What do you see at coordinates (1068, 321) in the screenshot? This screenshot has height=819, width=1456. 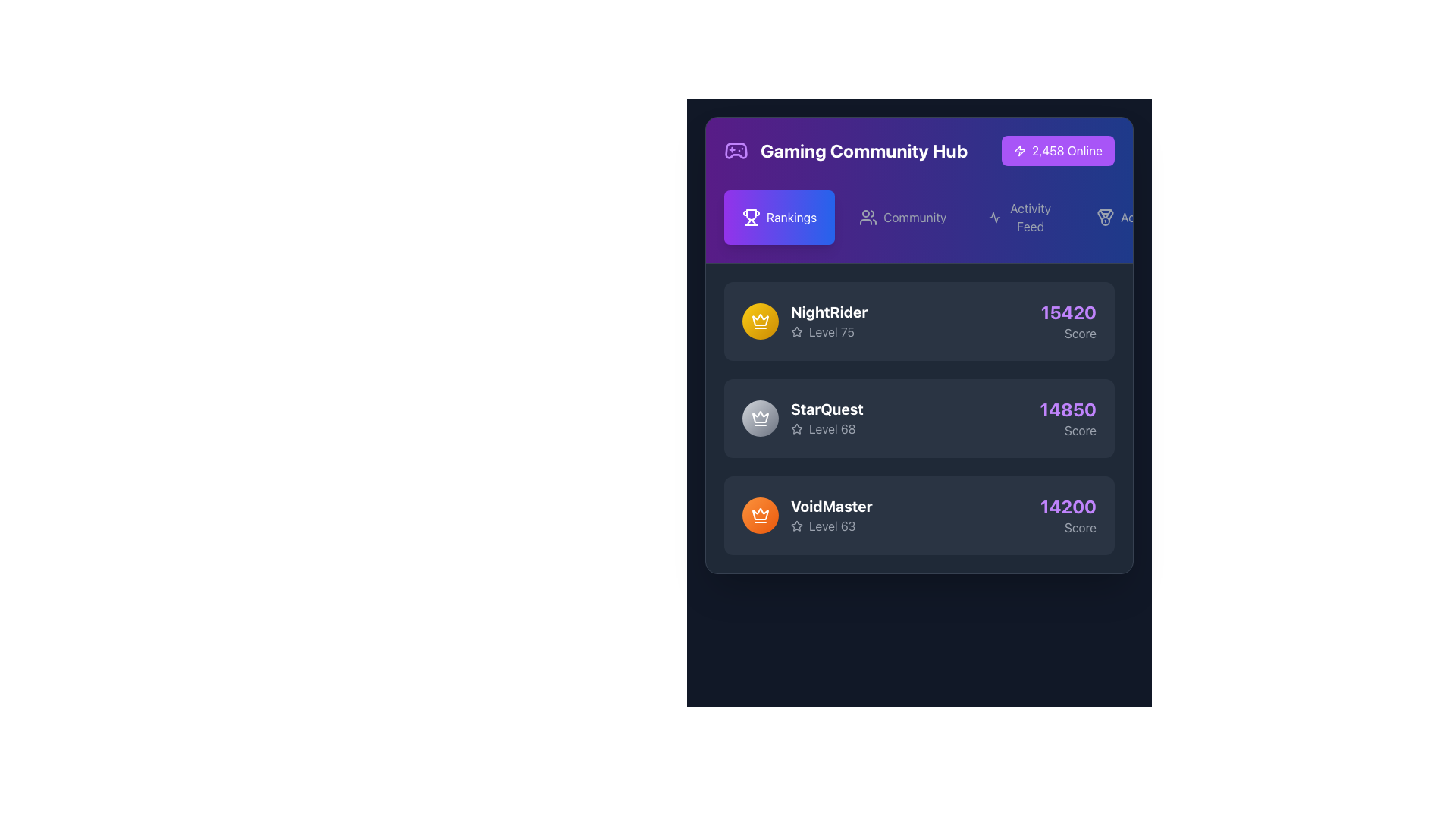 I see `the score display for the 'NightRider' entry in the leaderboard, which is located on the right side of the NightRider row and aligned horizontally with the player's name and level details` at bounding box center [1068, 321].